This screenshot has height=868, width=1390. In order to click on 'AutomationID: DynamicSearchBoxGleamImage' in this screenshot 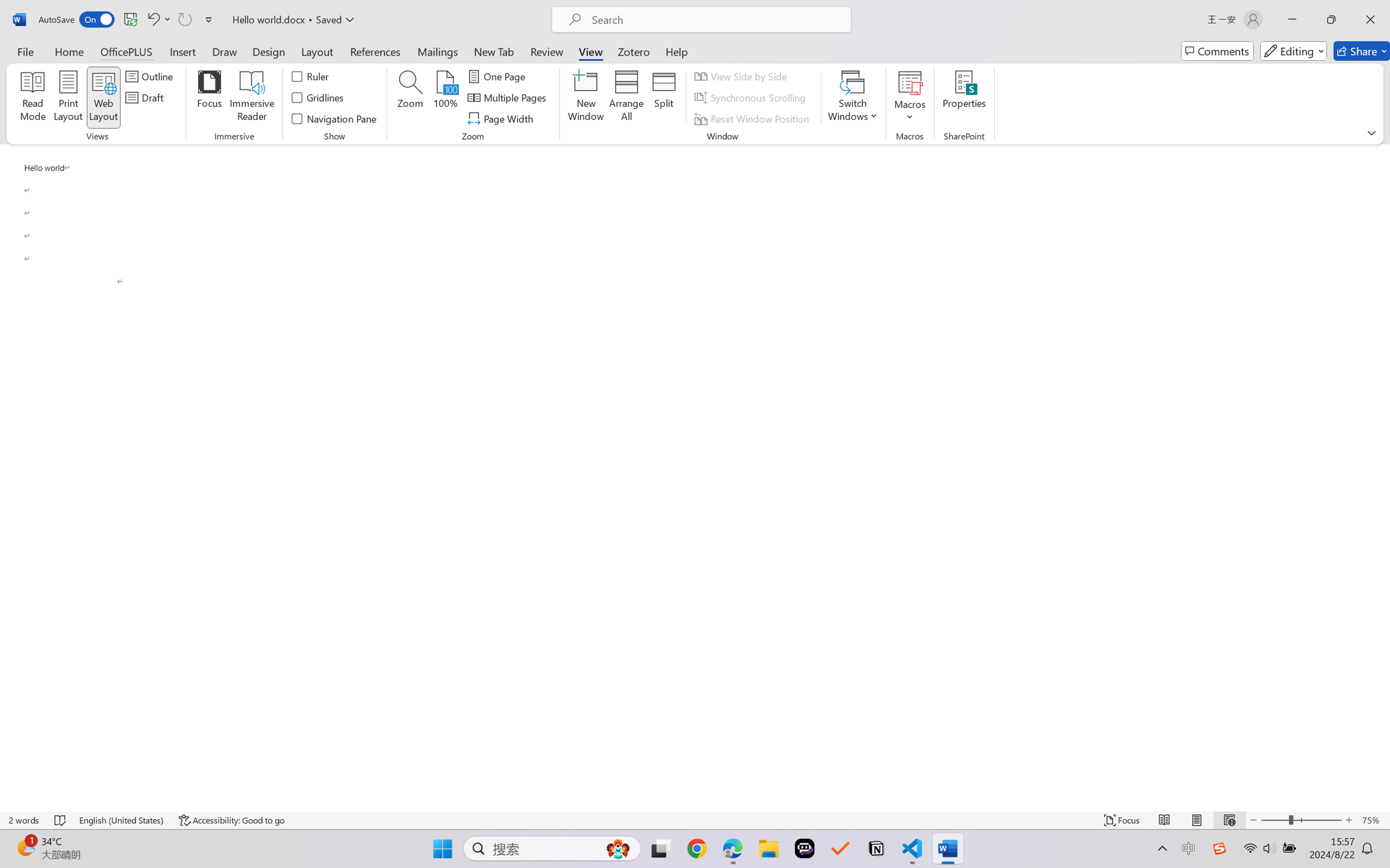, I will do `click(618, 848)`.